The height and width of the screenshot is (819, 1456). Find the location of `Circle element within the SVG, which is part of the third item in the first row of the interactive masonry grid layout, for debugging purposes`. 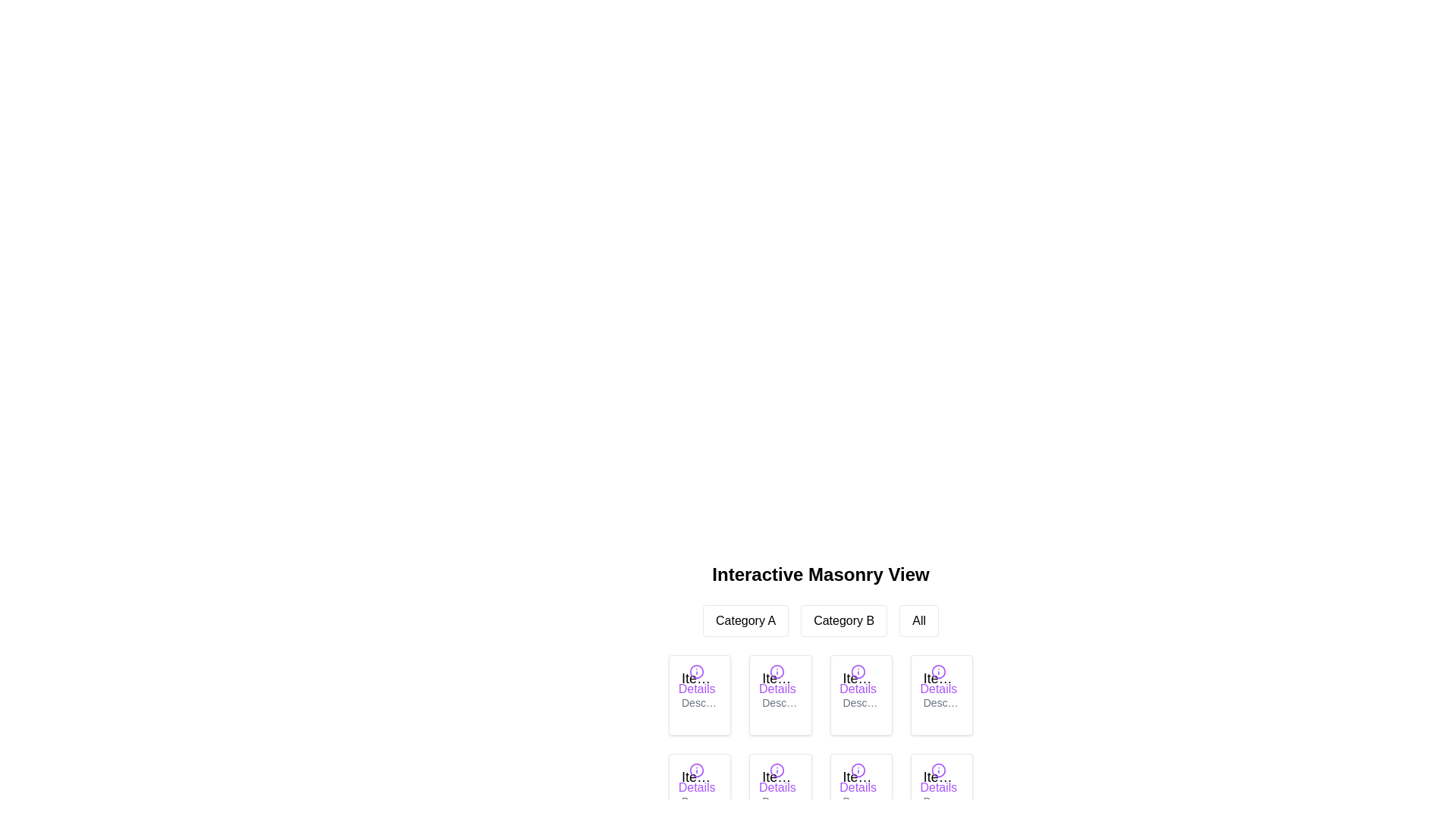

Circle element within the SVG, which is part of the third item in the first row of the interactive masonry grid layout, for debugging purposes is located at coordinates (858, 670).